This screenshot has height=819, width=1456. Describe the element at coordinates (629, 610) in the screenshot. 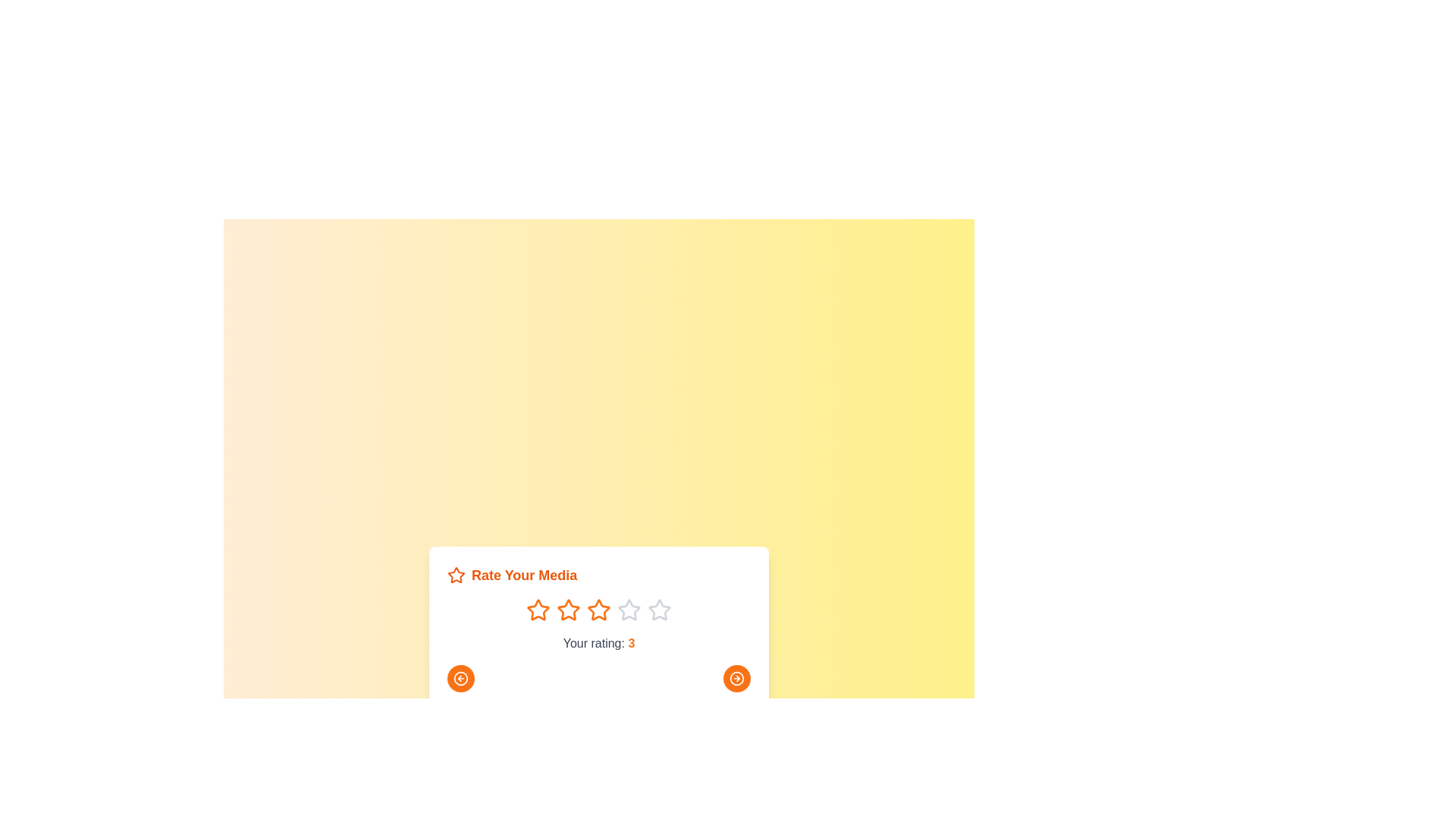

I see `the star corresponding to the rating 4` at that location.